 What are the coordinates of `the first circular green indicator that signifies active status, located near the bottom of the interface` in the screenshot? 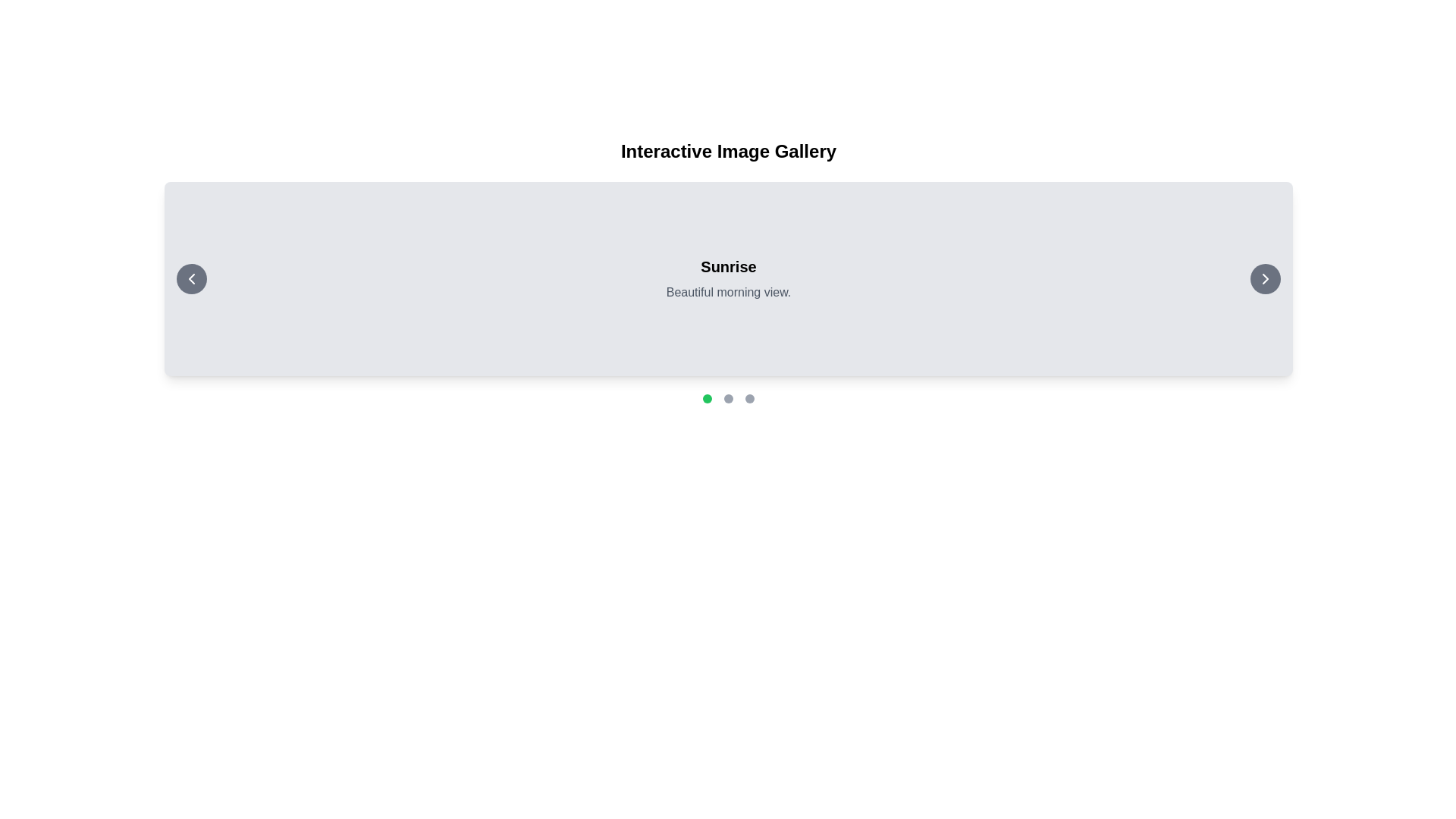 It's located at (706, 397).